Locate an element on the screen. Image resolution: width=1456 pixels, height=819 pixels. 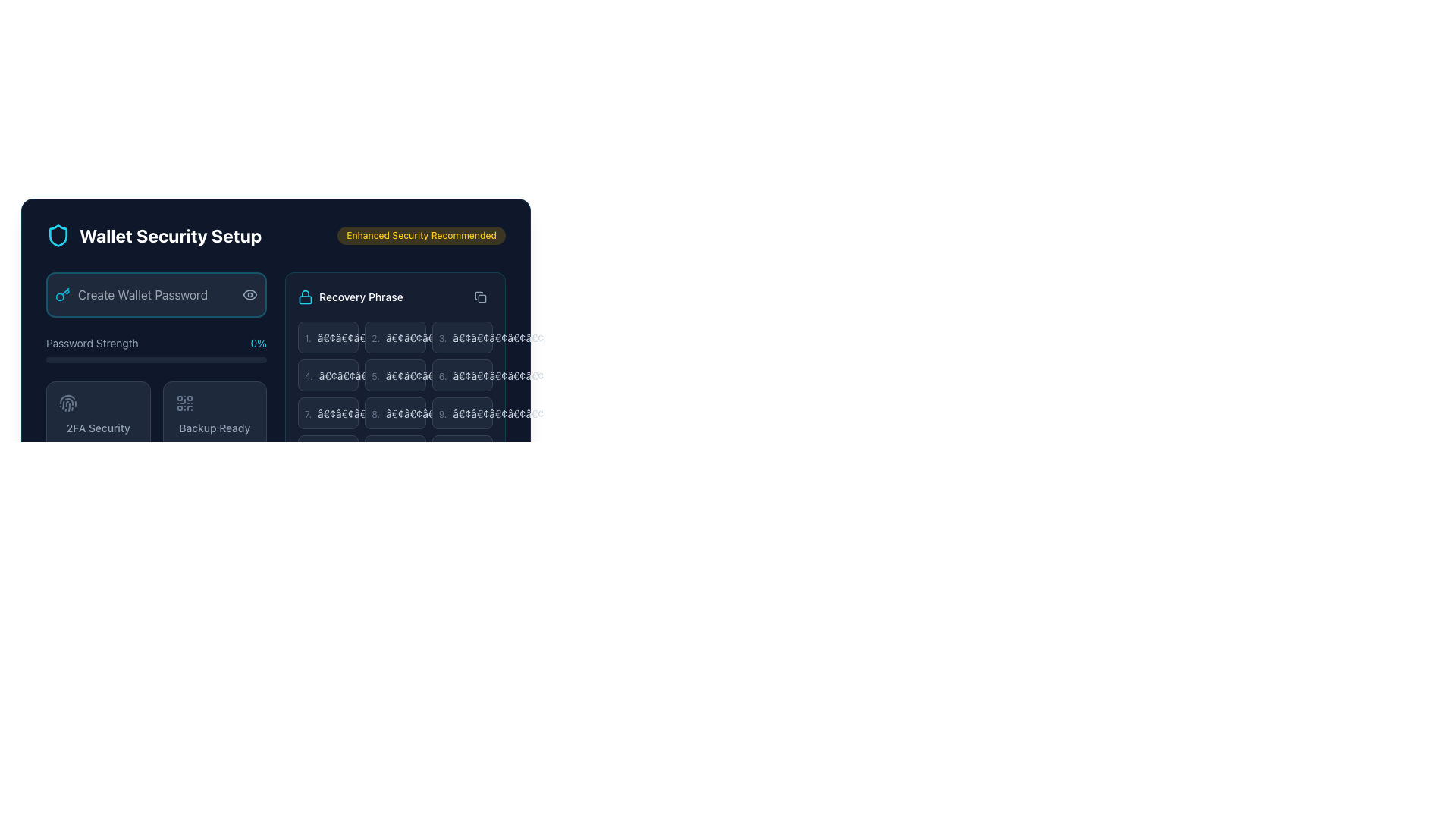
seventh item in the grid under the 'Recovery Phrase' section, which serves as a placeholder for a recovery phrase segment is located at coordinates (328, 413).